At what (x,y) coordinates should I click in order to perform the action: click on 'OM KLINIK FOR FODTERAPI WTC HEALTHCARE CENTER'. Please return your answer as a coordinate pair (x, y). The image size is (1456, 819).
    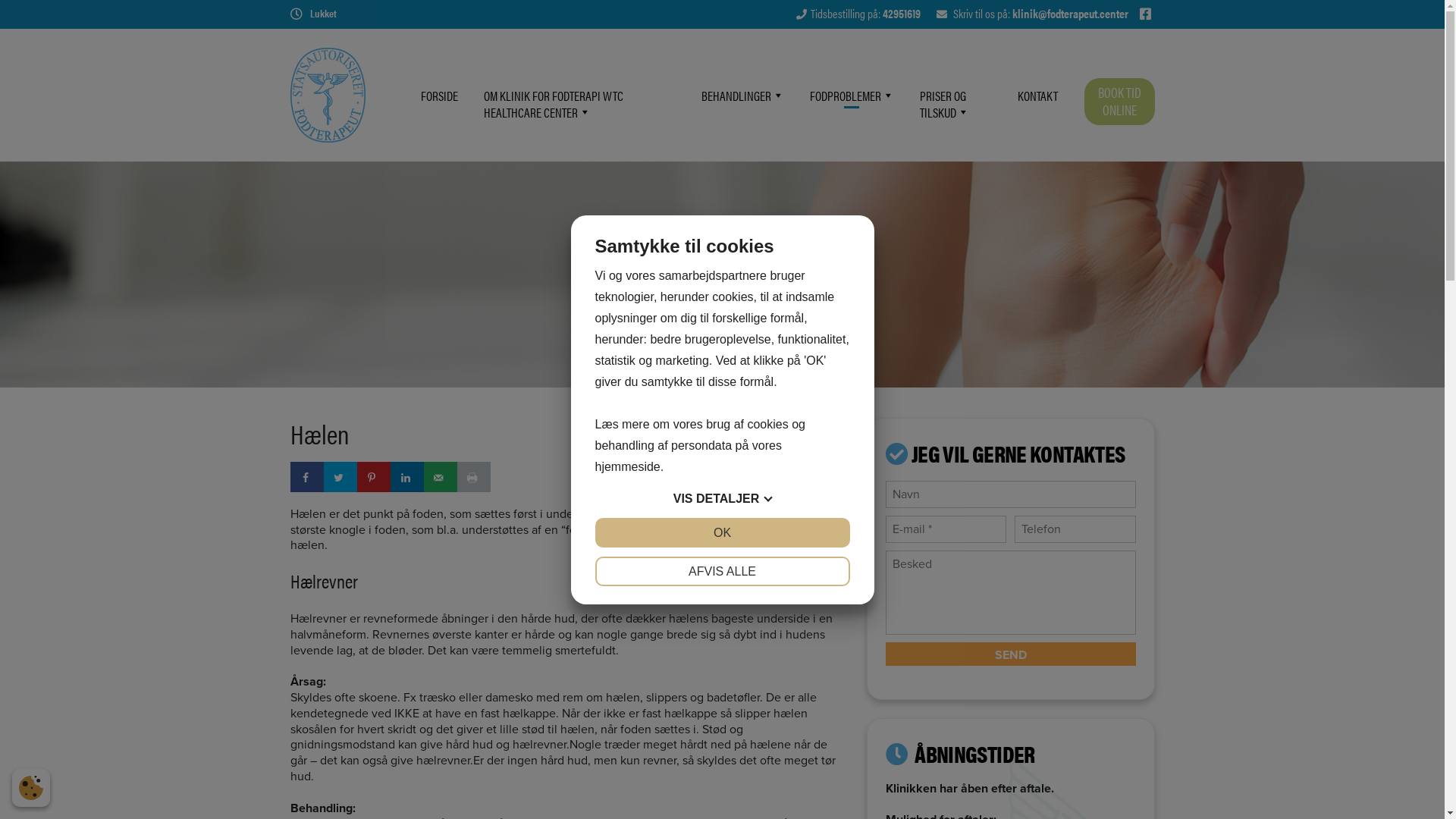
    Looking at the image, I should click on (578, 103).